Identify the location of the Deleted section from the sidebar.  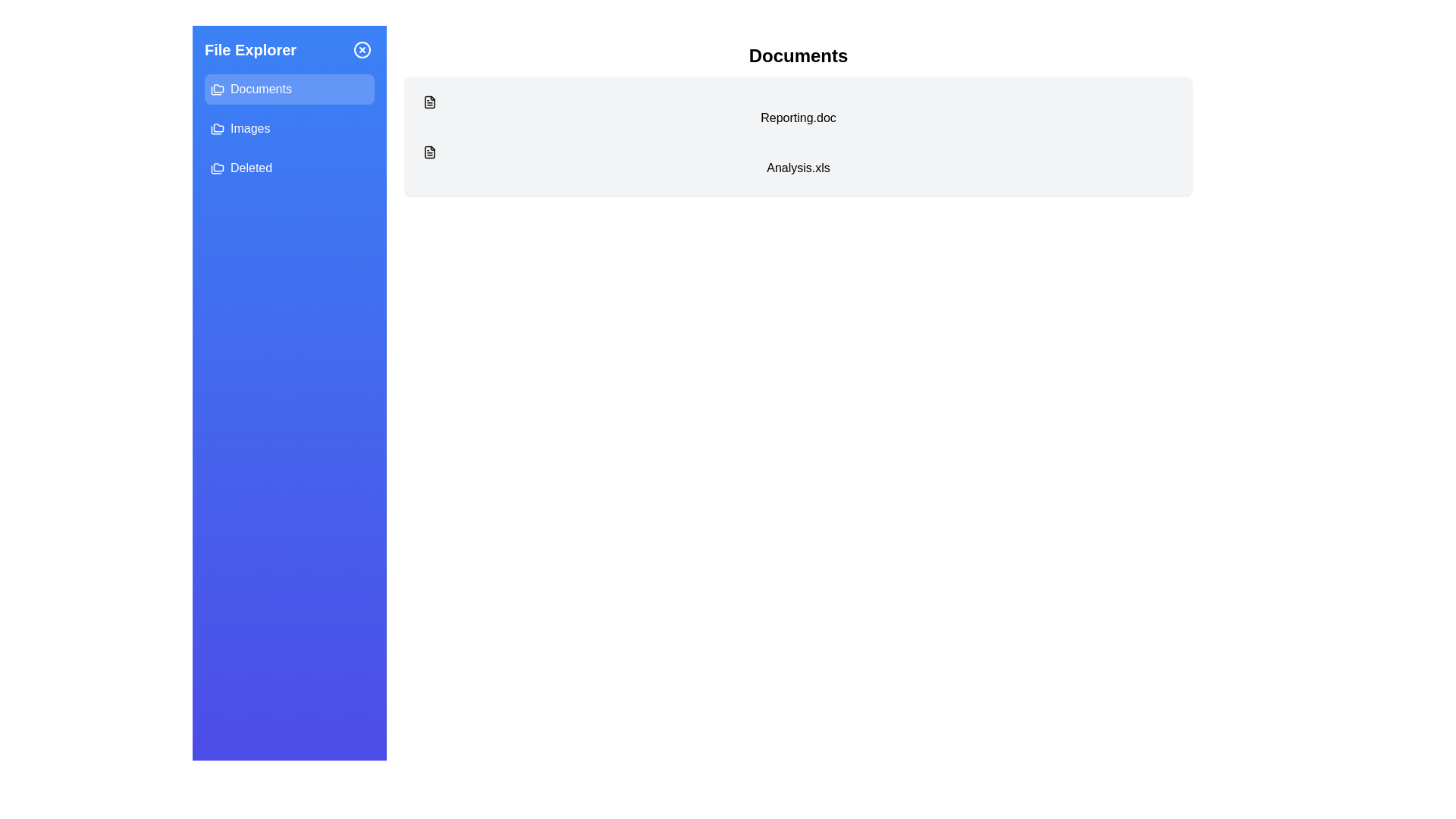
(290, 168).